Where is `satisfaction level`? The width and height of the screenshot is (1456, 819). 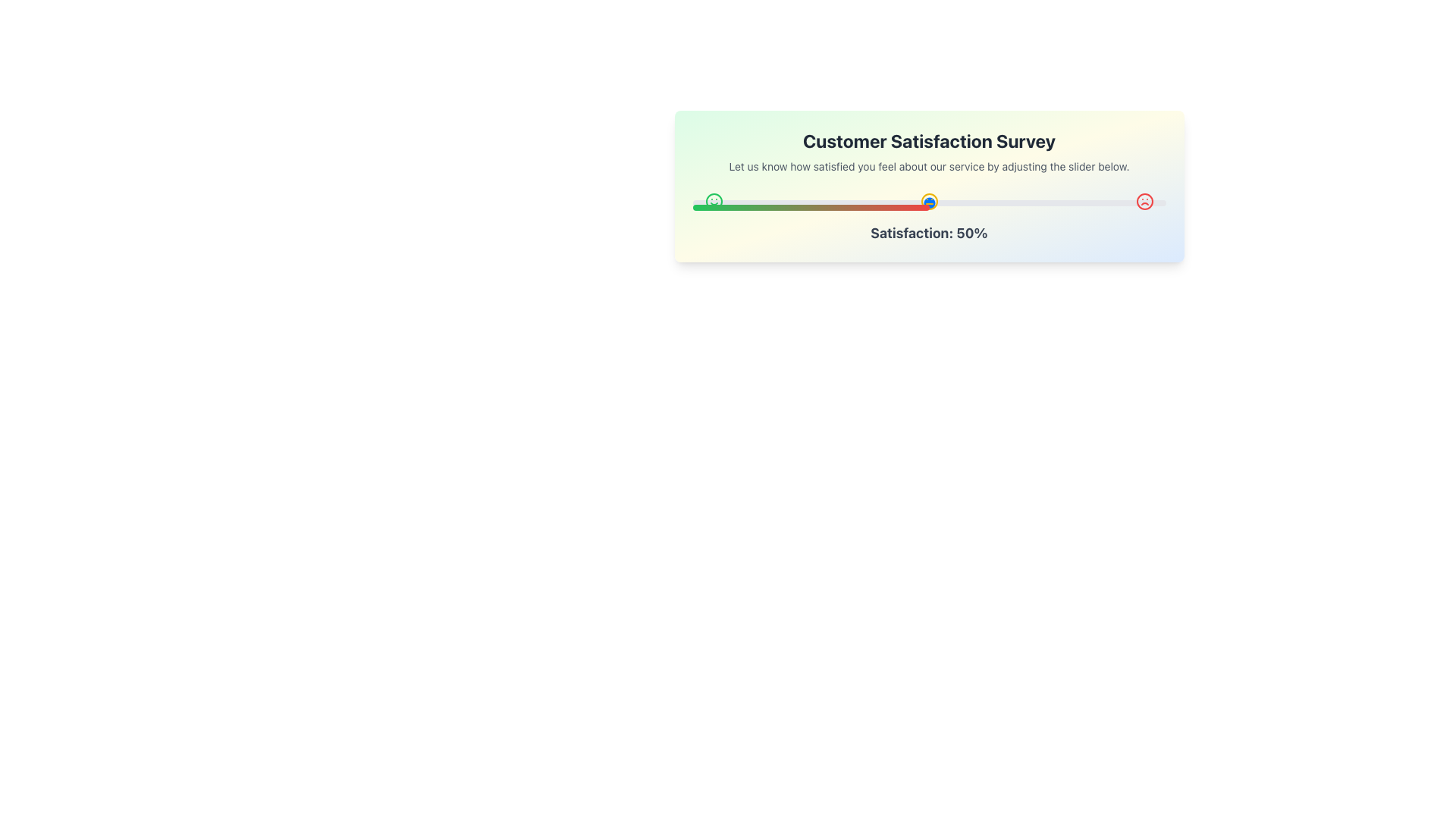
satisfaction level is located at coordinates (791, 202).